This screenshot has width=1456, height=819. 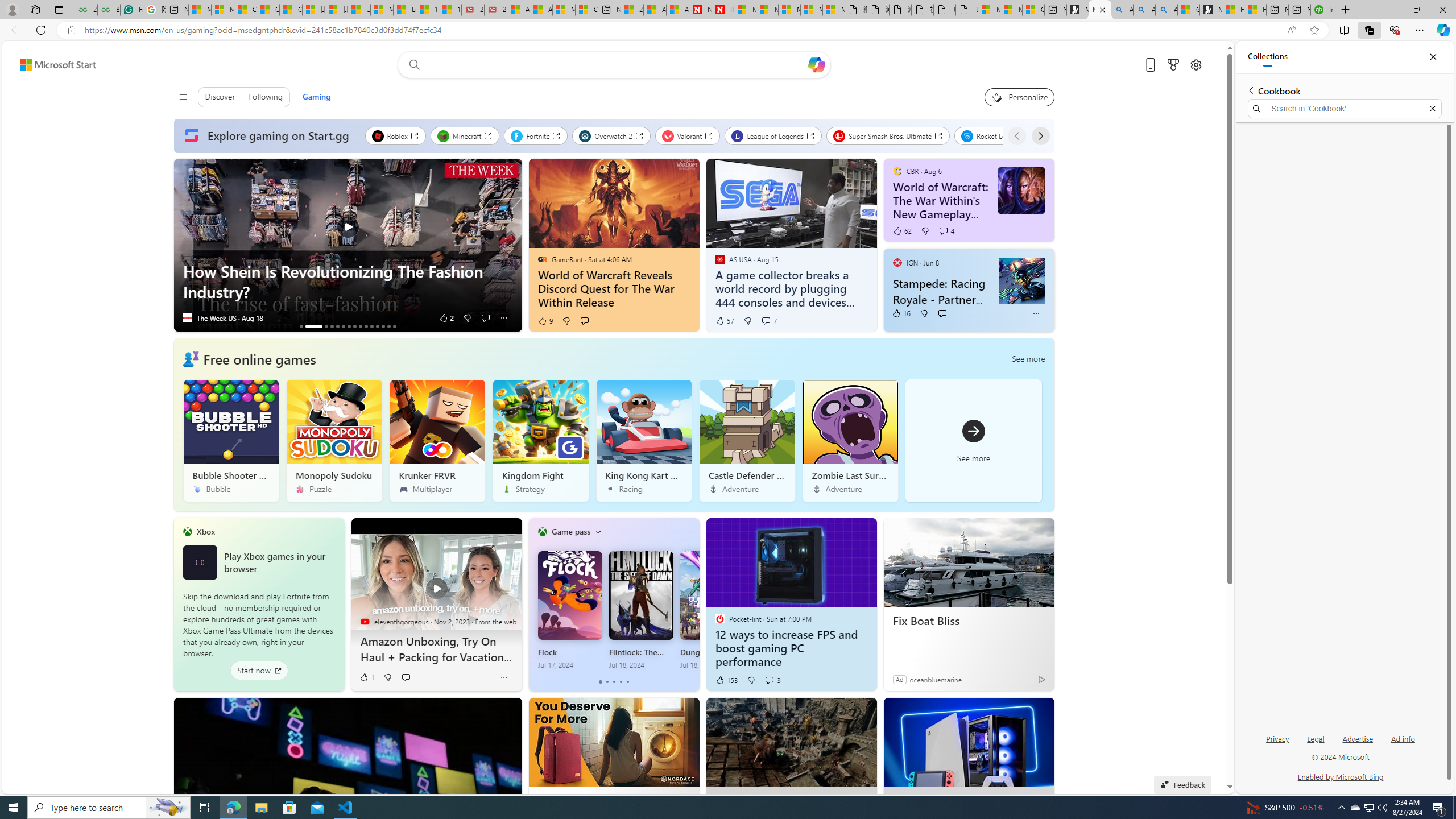 What do you see at coordinates (640, 610) in the screenshot?
I see `'Flintlock: The Siege of Dawn Jul 18, 2024'` at bounding box center [640, 610].